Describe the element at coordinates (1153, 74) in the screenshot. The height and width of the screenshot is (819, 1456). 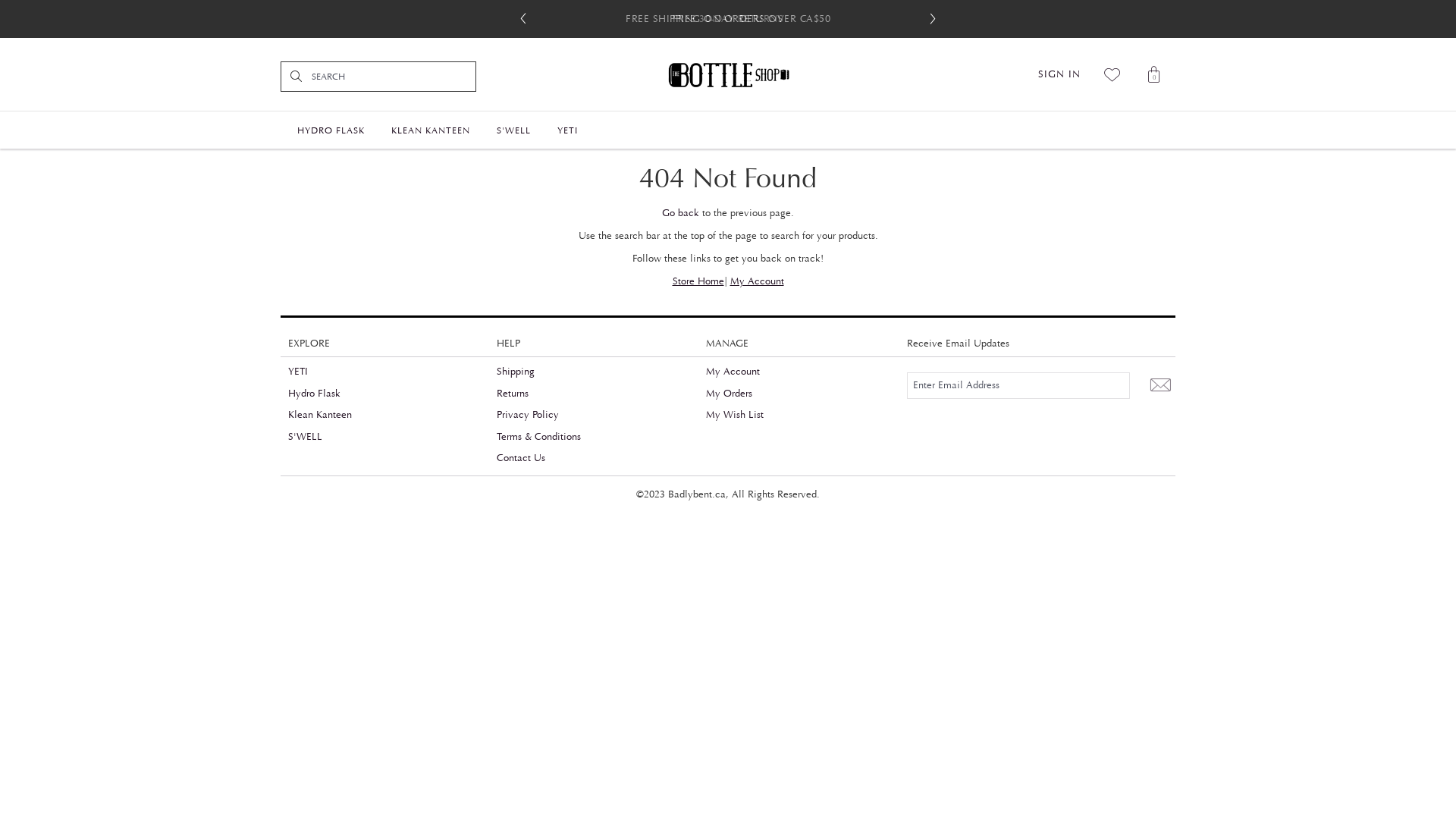
I see `'0'` at that location.